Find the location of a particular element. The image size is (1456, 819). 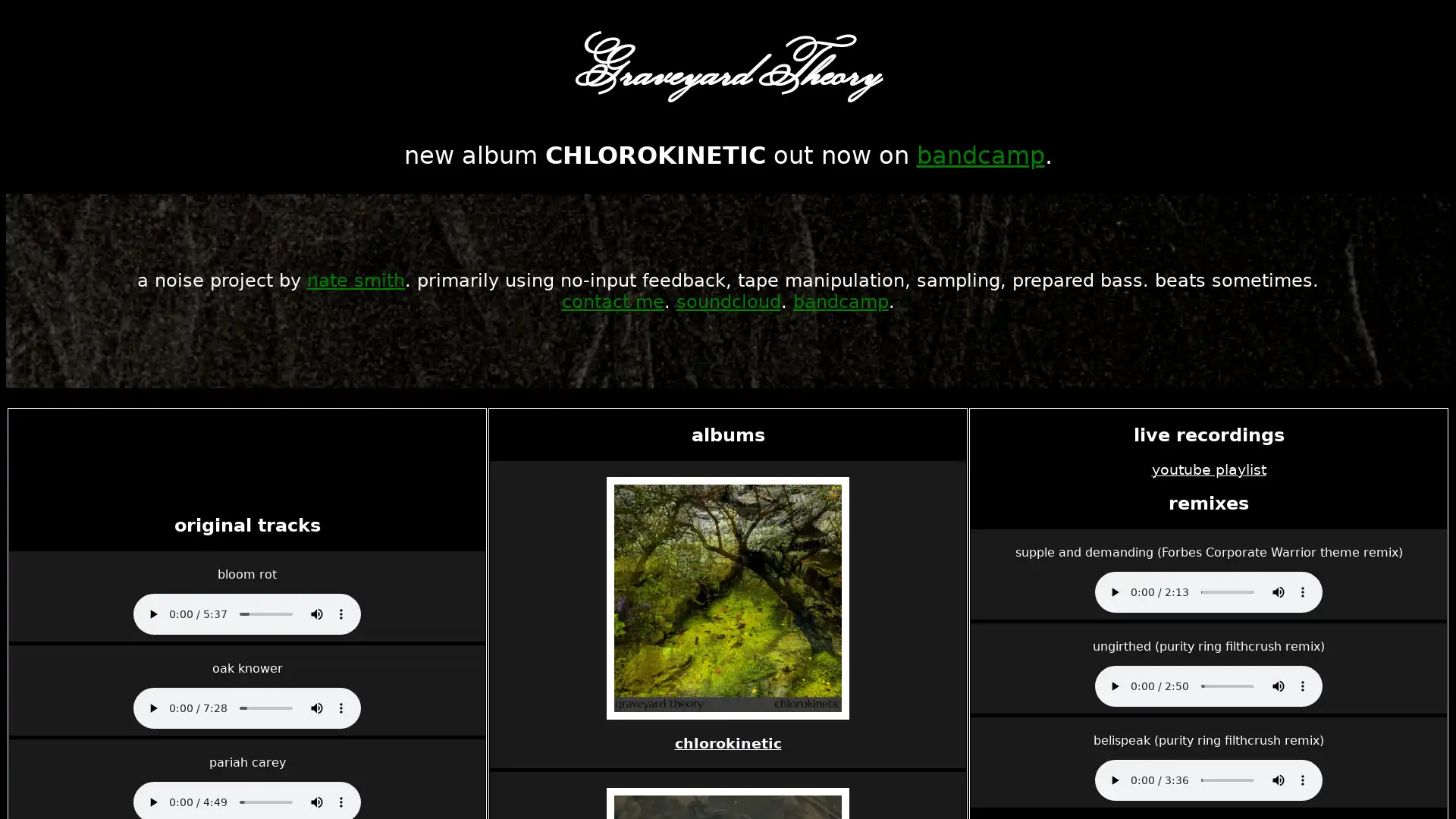

mute is located at coordinates (1277, 591).